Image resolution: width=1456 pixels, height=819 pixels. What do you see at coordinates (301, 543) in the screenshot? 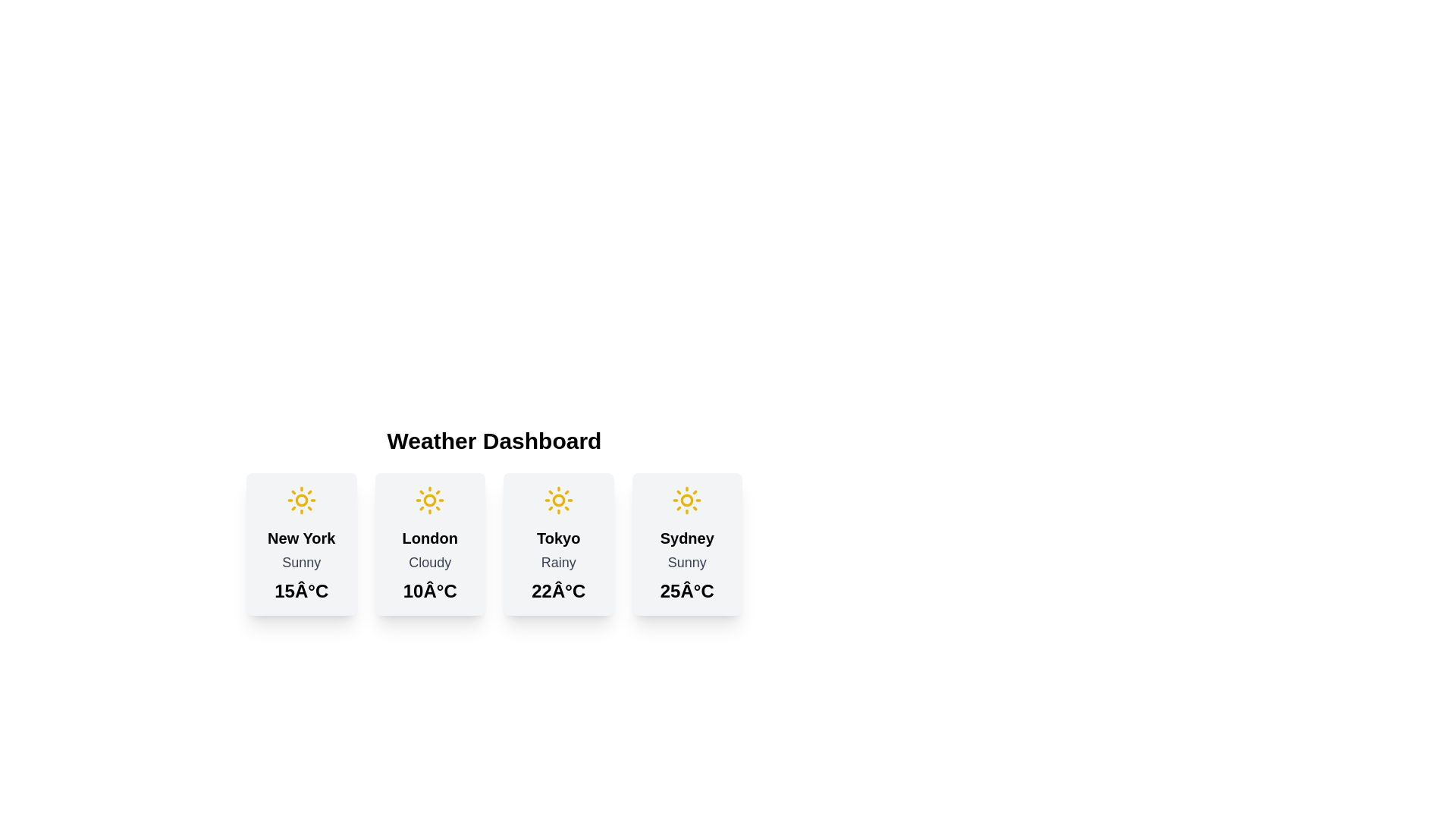
I see `the weather forecast information displayed on the leftmost weather forecast card in the grid layout` at bounding box center [301, 543].